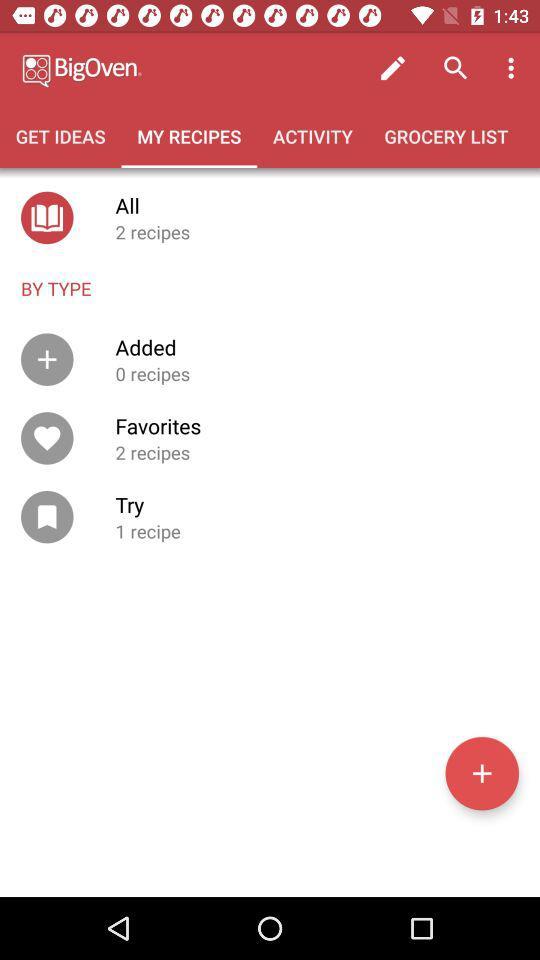 The image size is (540, 960). What do you see at coordinates (481, 772) in the screenshot?
I see `the add icon` at bounding box center [481, 772].